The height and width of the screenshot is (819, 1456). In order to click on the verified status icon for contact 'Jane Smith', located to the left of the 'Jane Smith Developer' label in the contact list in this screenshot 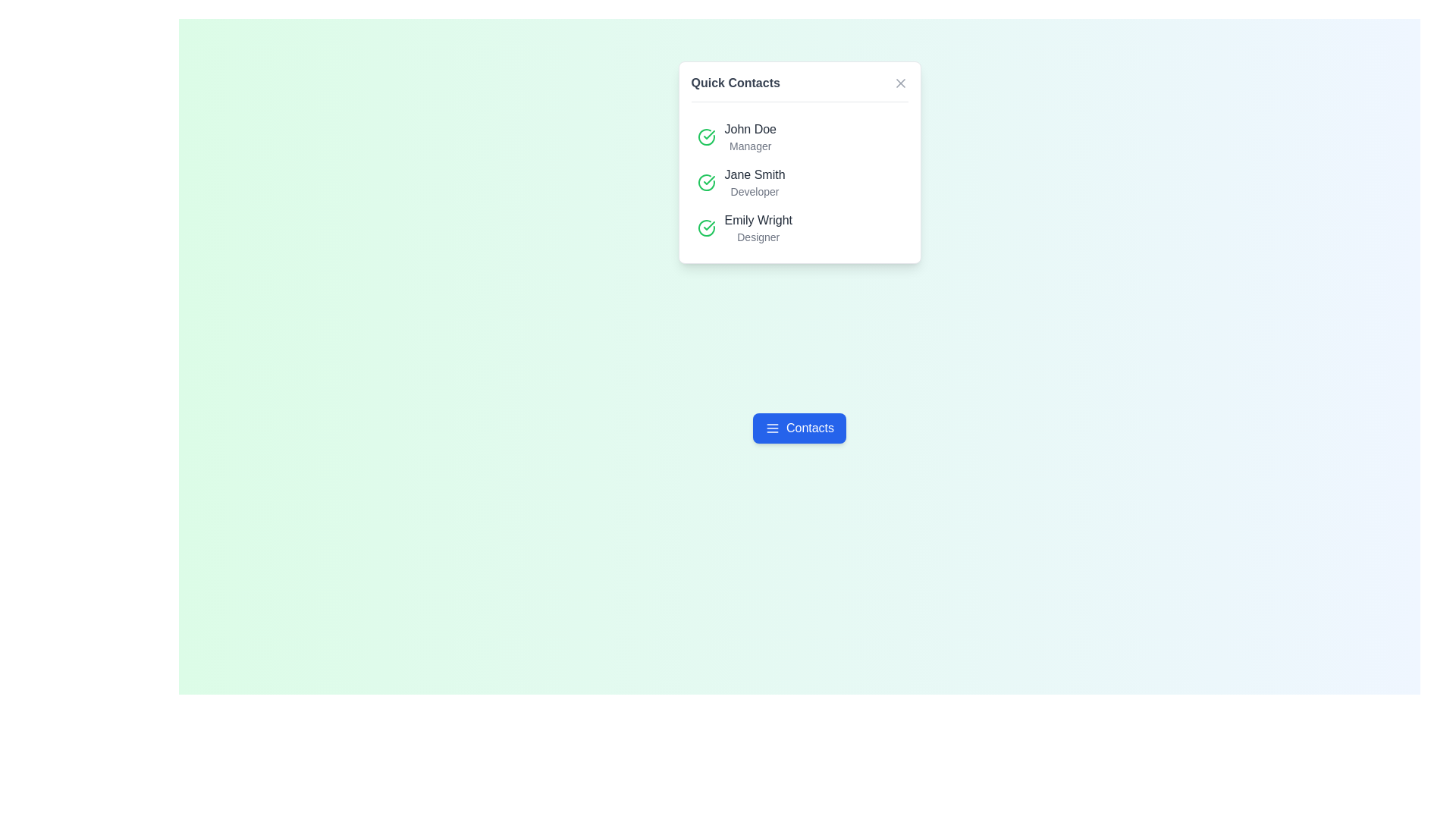, I will do `click(705, 181)`.